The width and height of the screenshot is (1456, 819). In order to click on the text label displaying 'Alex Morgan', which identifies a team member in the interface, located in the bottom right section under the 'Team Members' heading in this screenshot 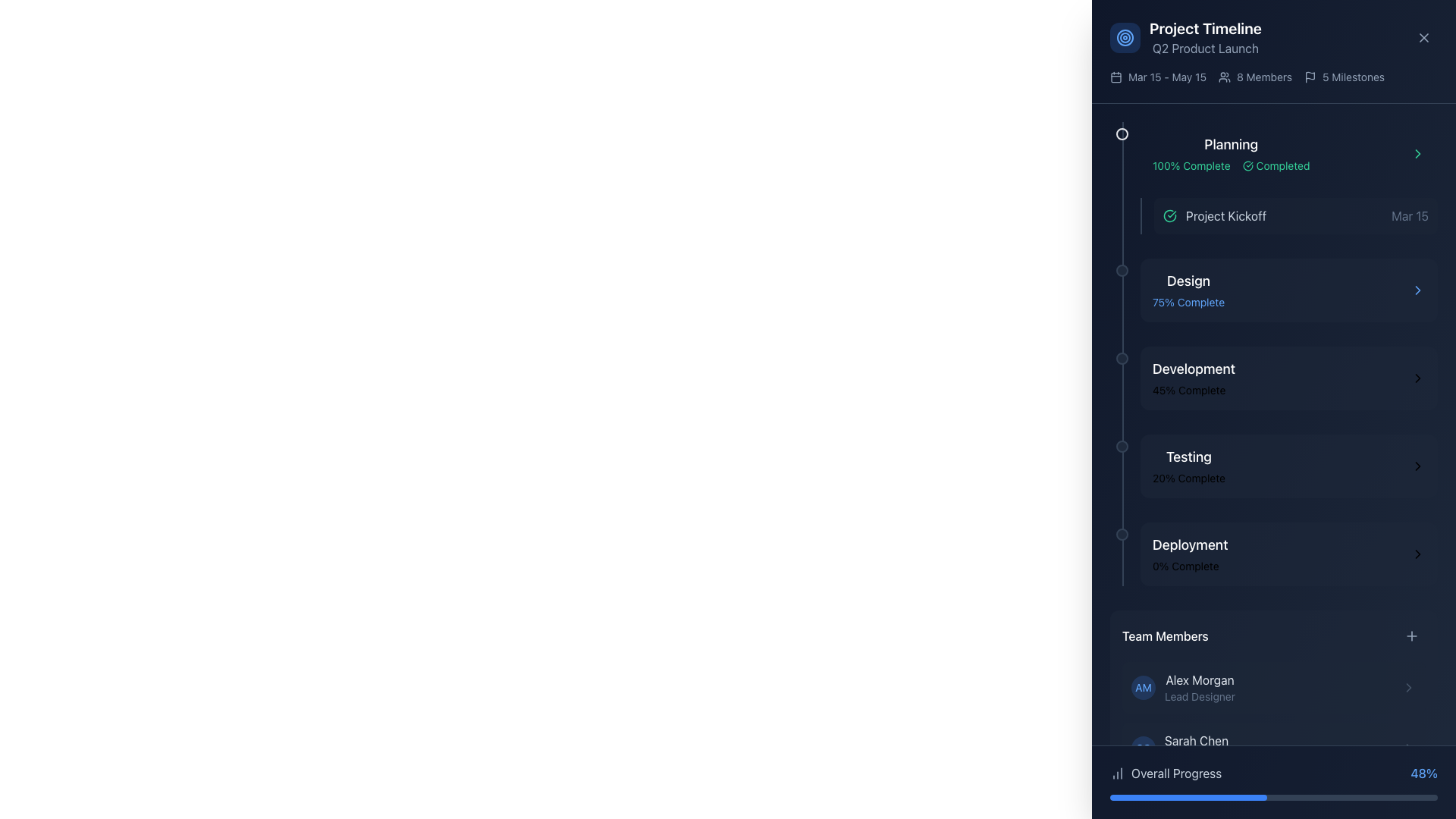, I will do `click(1199, 679)`.